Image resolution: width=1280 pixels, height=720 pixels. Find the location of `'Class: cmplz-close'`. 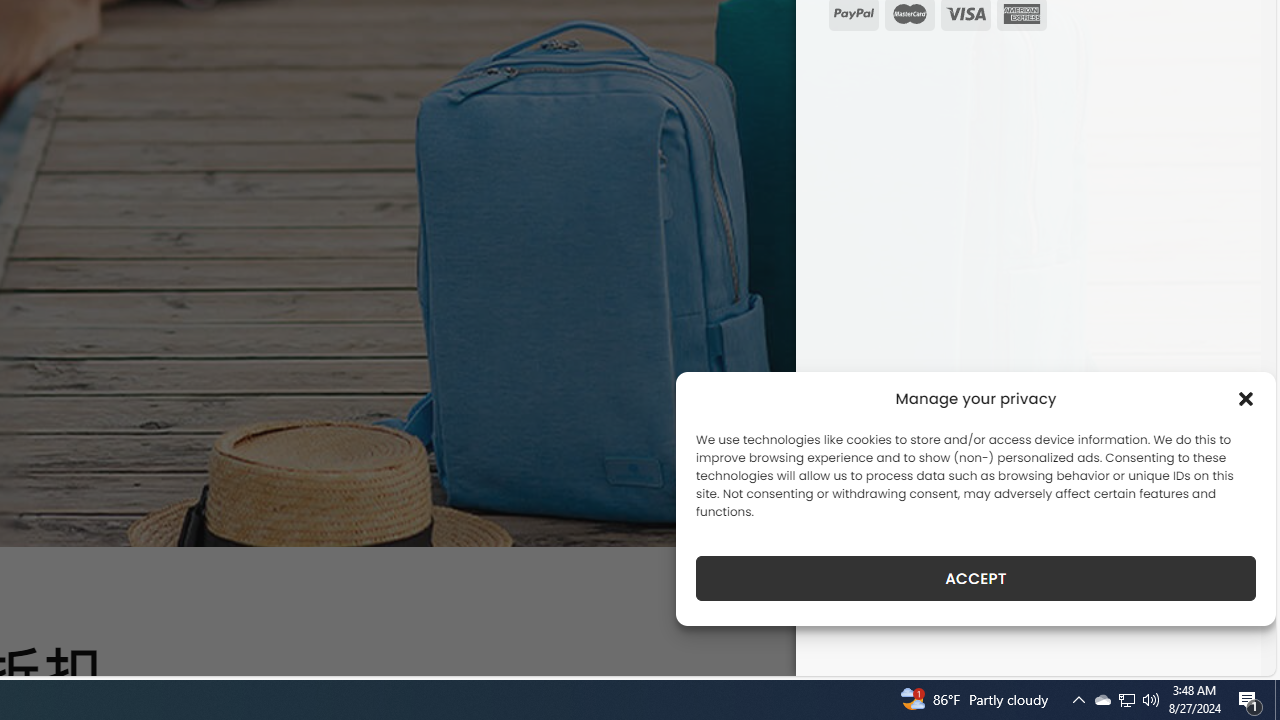

'Class: cmplz-close' is located at coordinates (1245, 398).